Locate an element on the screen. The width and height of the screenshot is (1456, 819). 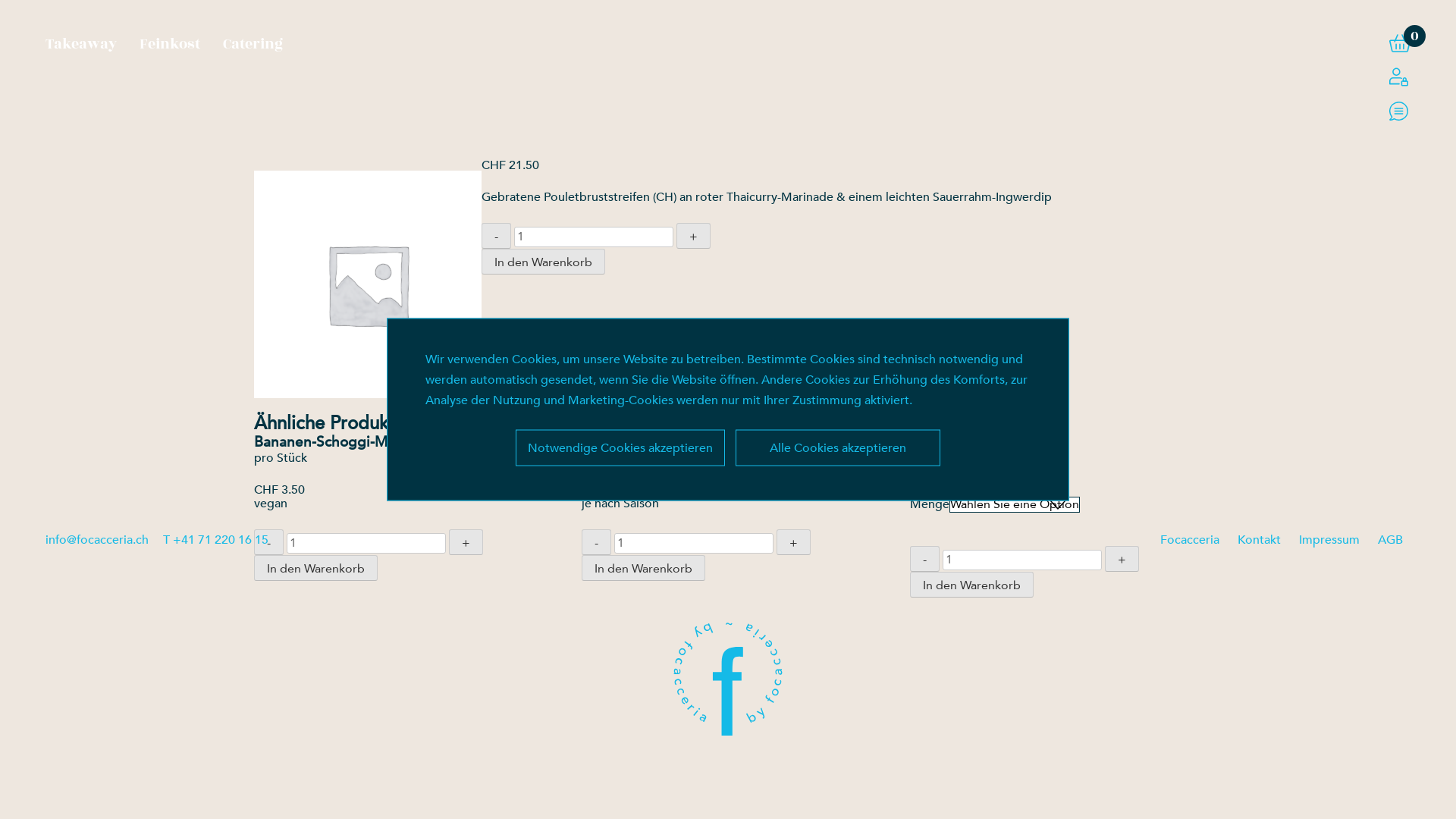
'In den Warenkorb' is located at coordinates (480, 260).